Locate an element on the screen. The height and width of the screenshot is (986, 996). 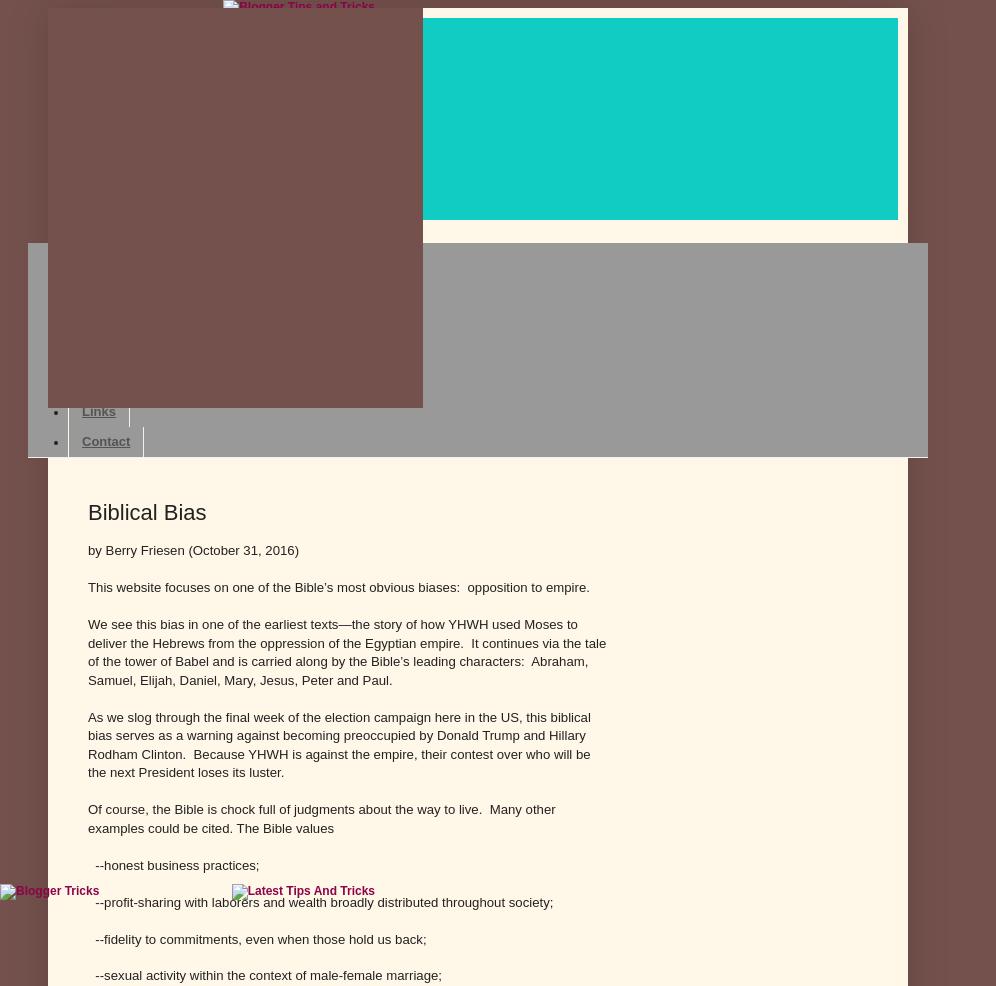
'--profit-sharing with laborers and wealth broadly distributed throughout society;' is located at coordinates (319, 900).